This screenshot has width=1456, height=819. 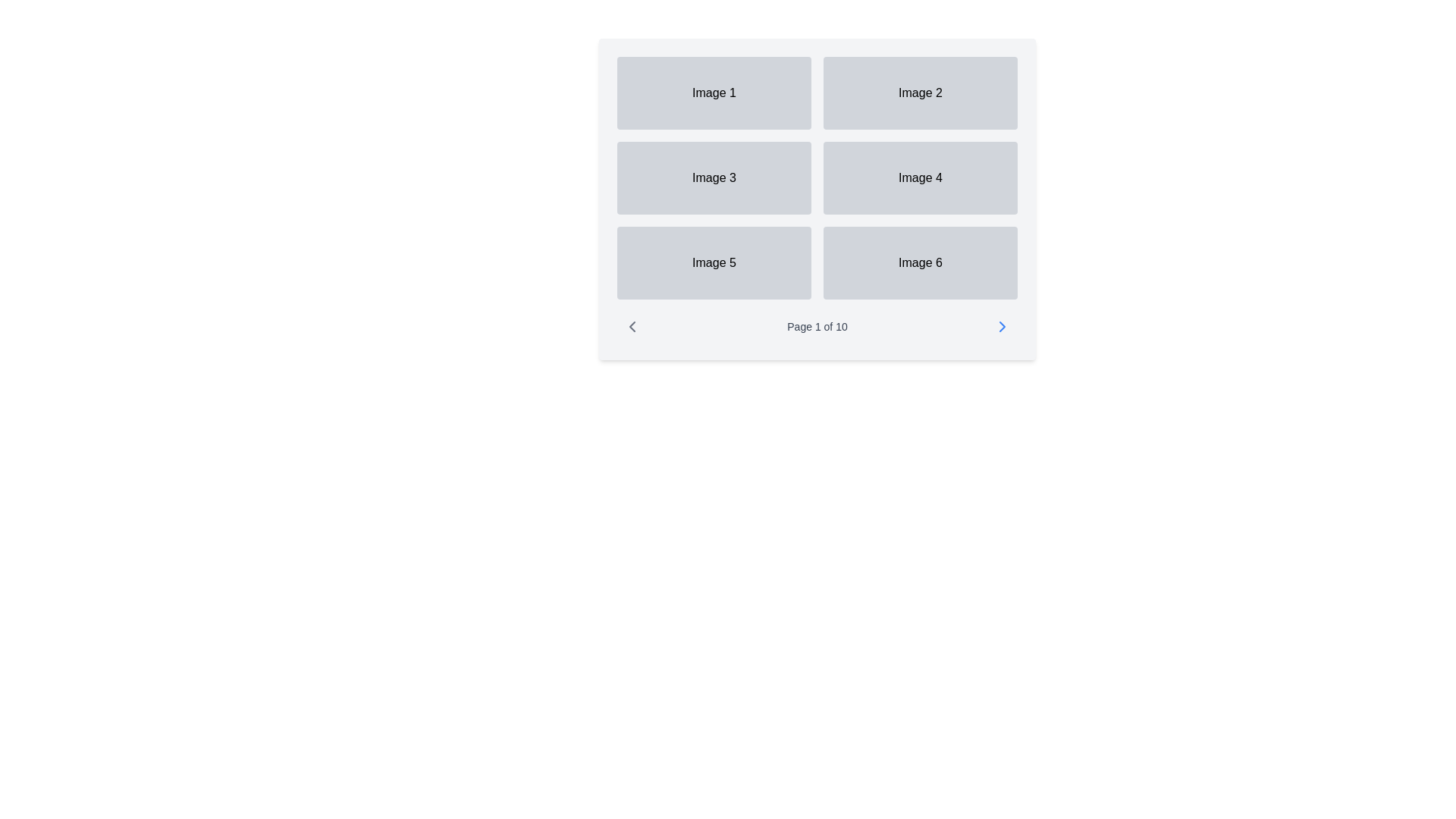 I want to click on the disabled navigation button located at the bottom-left corner, which is grayed out and positioned to the left of the current page status text ('Page 1 of 10'), so click(x=632, y=326).